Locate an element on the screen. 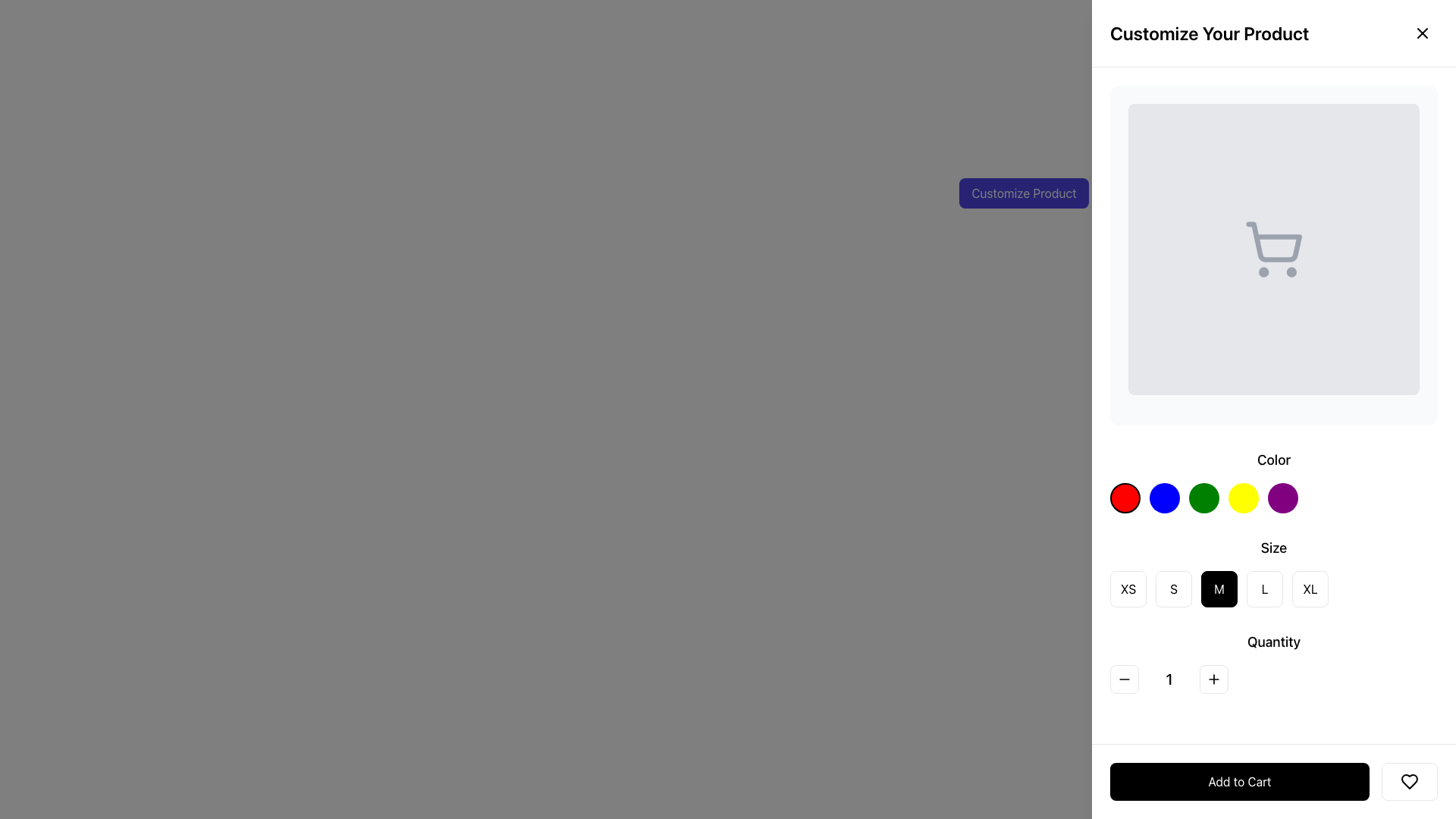 The height and width of the screenshot is (819, 1456). the 'XL' size button, which is a rounded rectangular button with a white background and black border, located as the fifth button in the size selection row is located at coordinates (1310, 588).